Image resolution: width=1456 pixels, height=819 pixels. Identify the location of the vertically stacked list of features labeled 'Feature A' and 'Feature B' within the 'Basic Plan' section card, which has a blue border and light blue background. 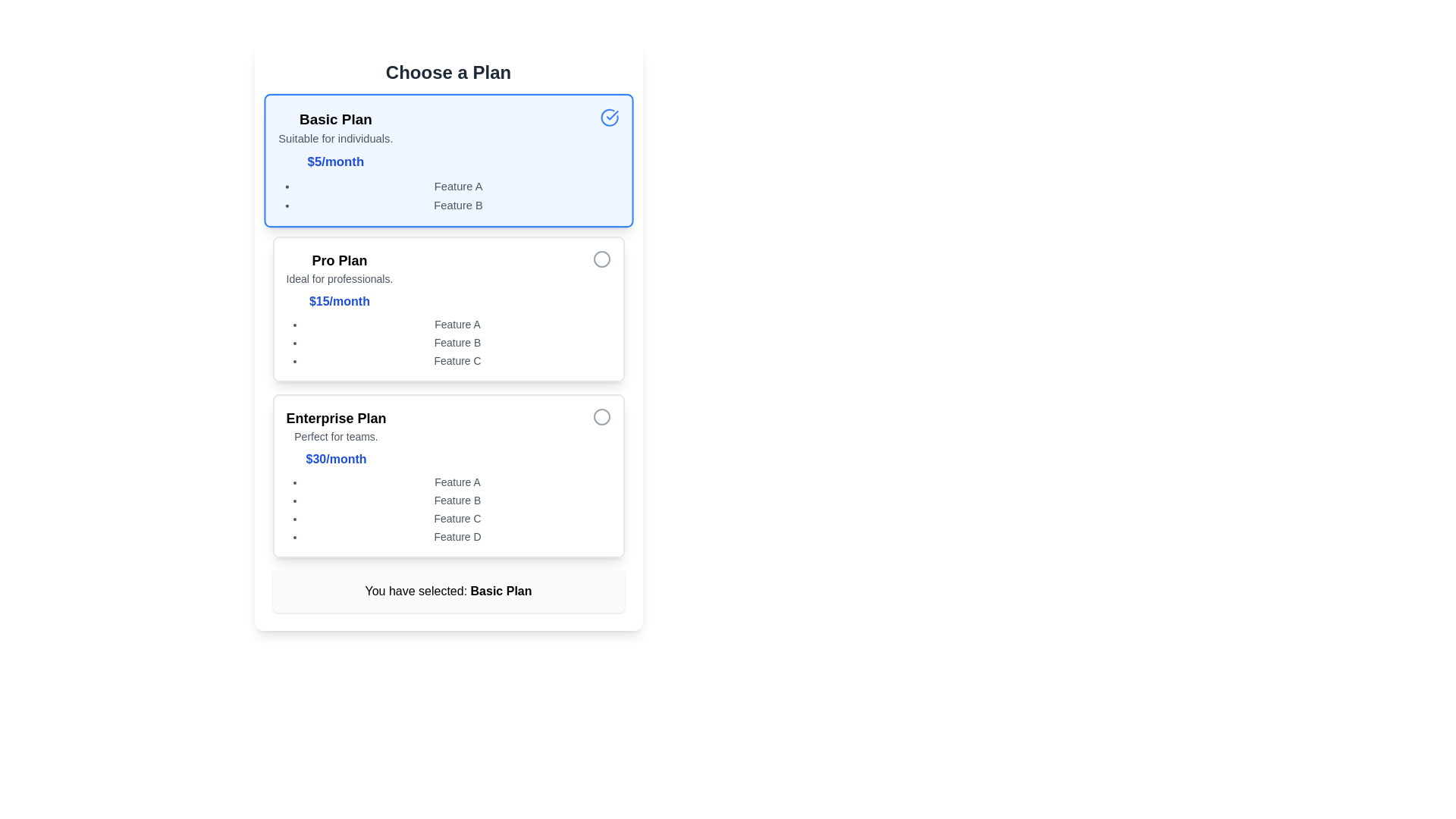
(447, 195).